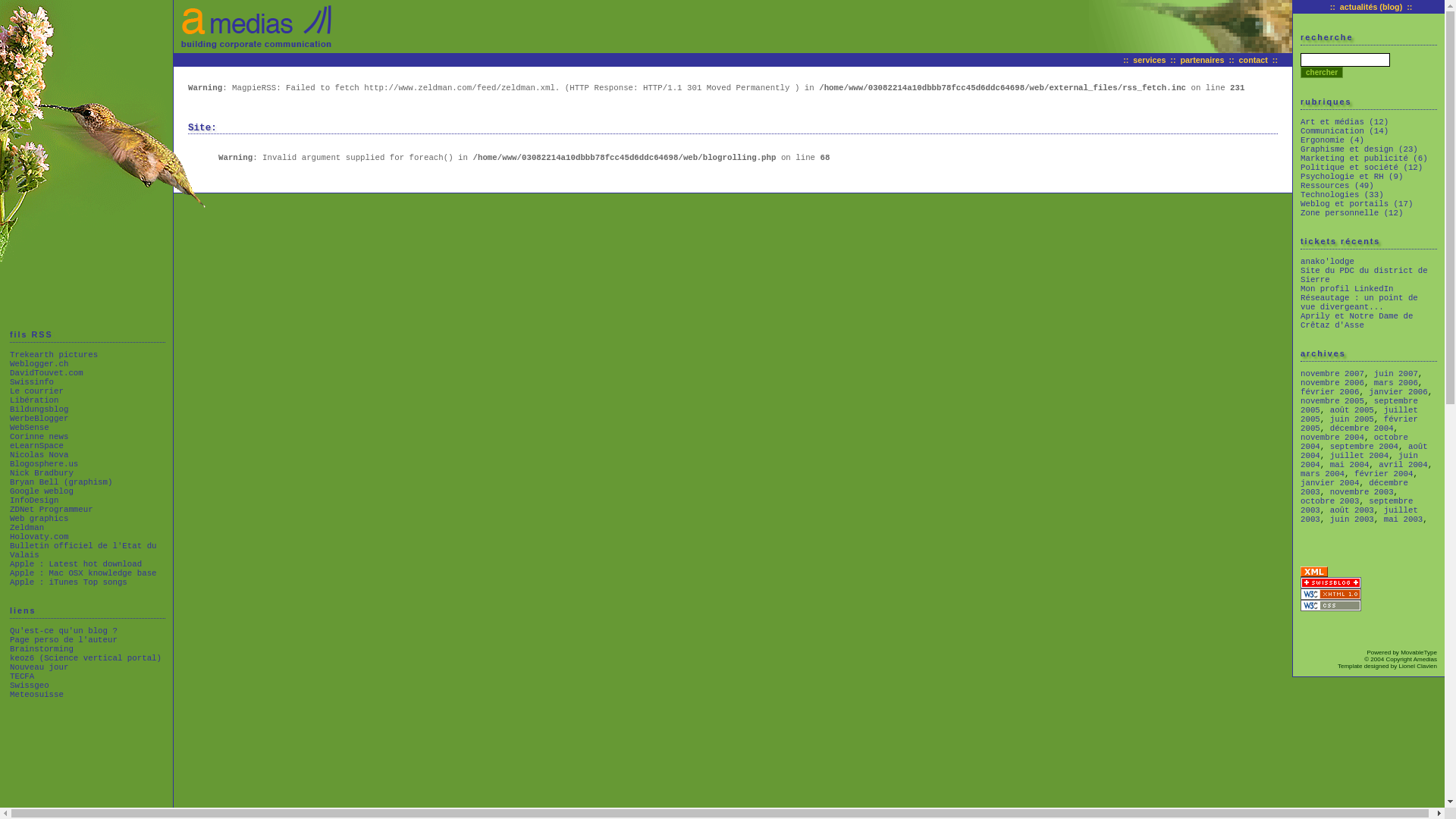 The height and width of the screenshot is (819, 1456). Describe the element at coordinates (67, 581) in the screenshot. I see `'Apple : iTunes Top songs'` at that location.